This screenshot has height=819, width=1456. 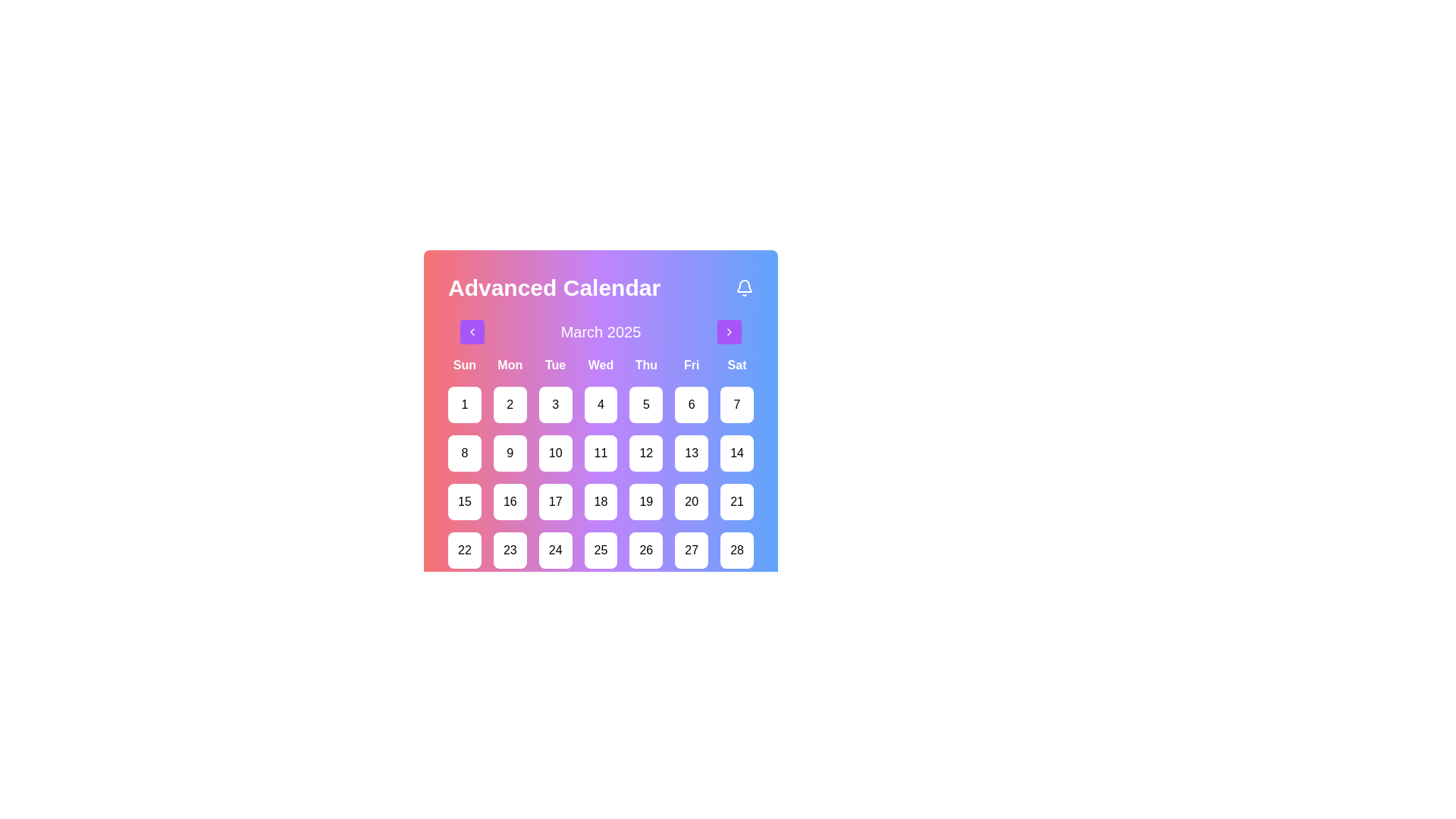 What do you see at coordinates (554, 502) in the screenshot?
I see `the Date cell in the calendar grid that displays the date "17", which is a rectangular button with rounded corners and is located at the third item in the fourth row of the grid` at bounding box center [554, 502].